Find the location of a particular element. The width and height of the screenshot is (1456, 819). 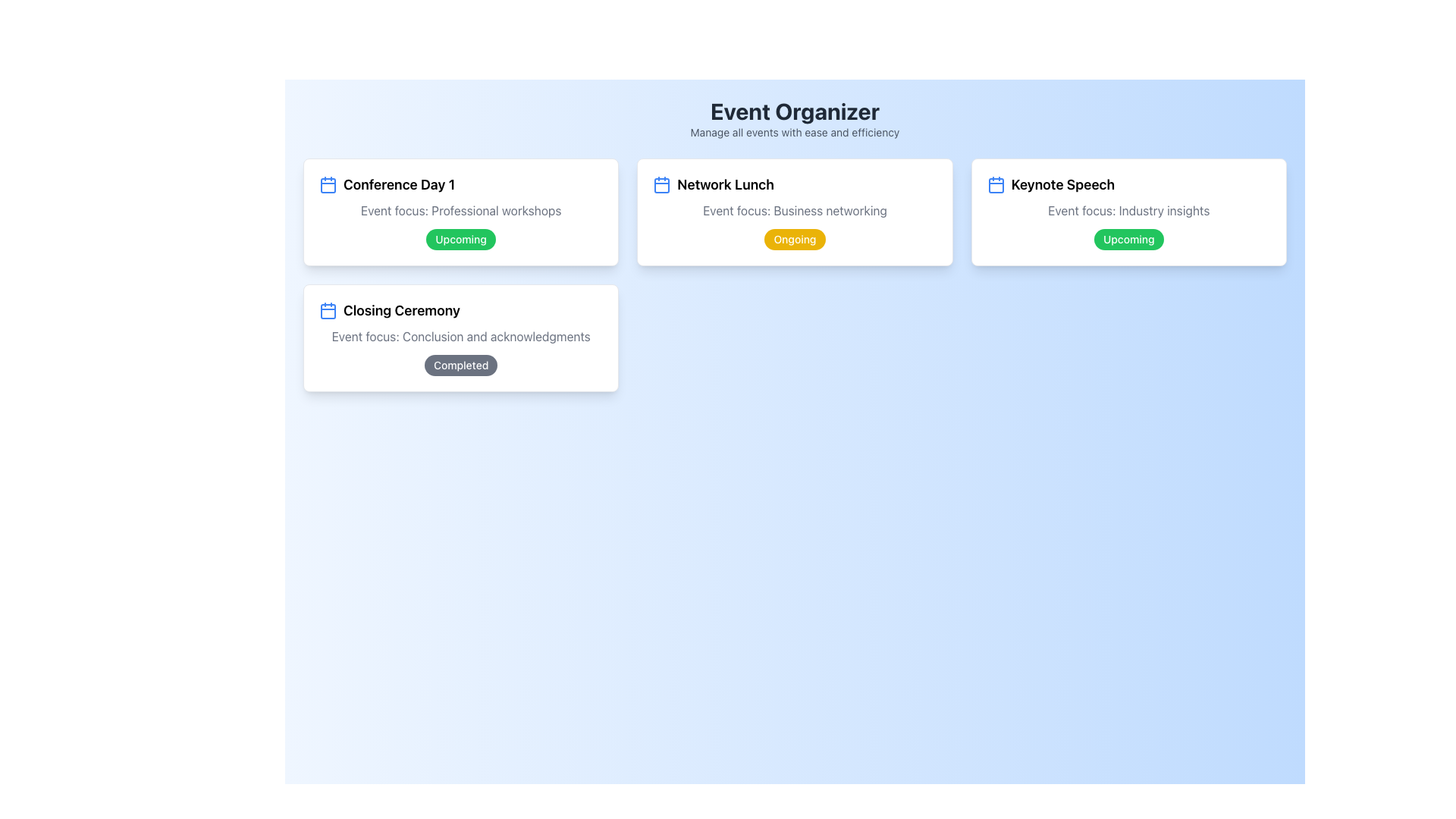

the calendar icon with a blue color located at the top-left corner of the 'Closing Ceremony' section in the event listing interface is located at coordinates (327, 309).